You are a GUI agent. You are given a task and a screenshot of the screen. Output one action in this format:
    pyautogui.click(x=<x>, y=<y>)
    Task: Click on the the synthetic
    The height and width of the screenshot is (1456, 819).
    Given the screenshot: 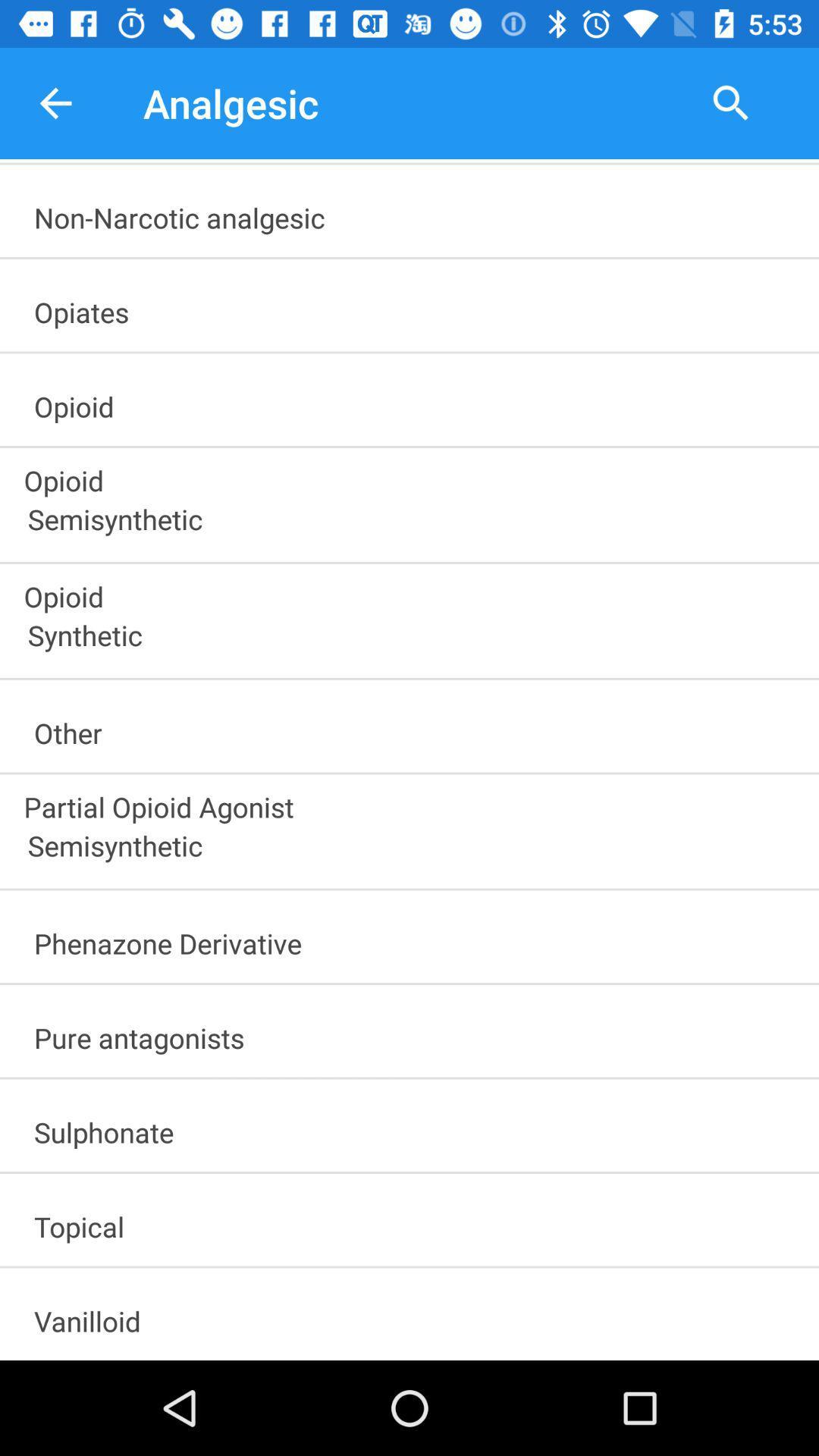 What is the action you would take?
    pyautogui.click(x=416, y=640)
    